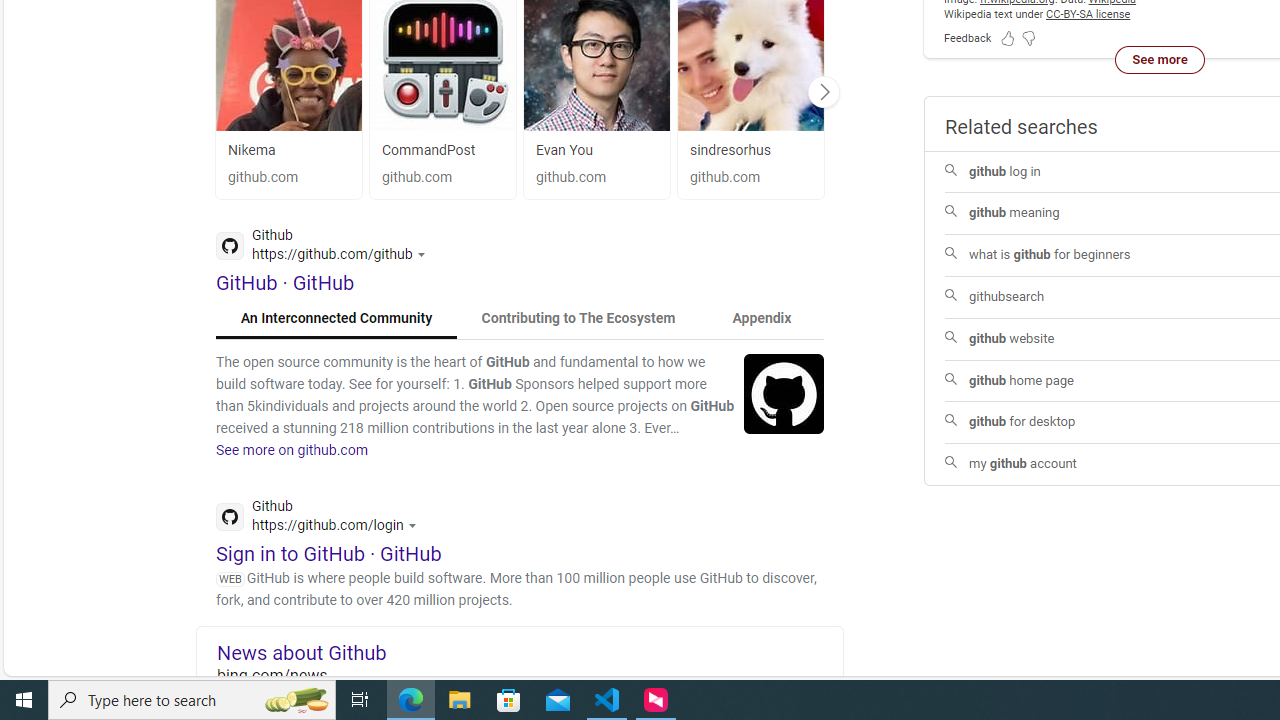 The width and height of the screenshot is (1280, 720). Describe the element at coordinates (749, 149) in the screenshot. I see `'sindresorhus'` at that location.